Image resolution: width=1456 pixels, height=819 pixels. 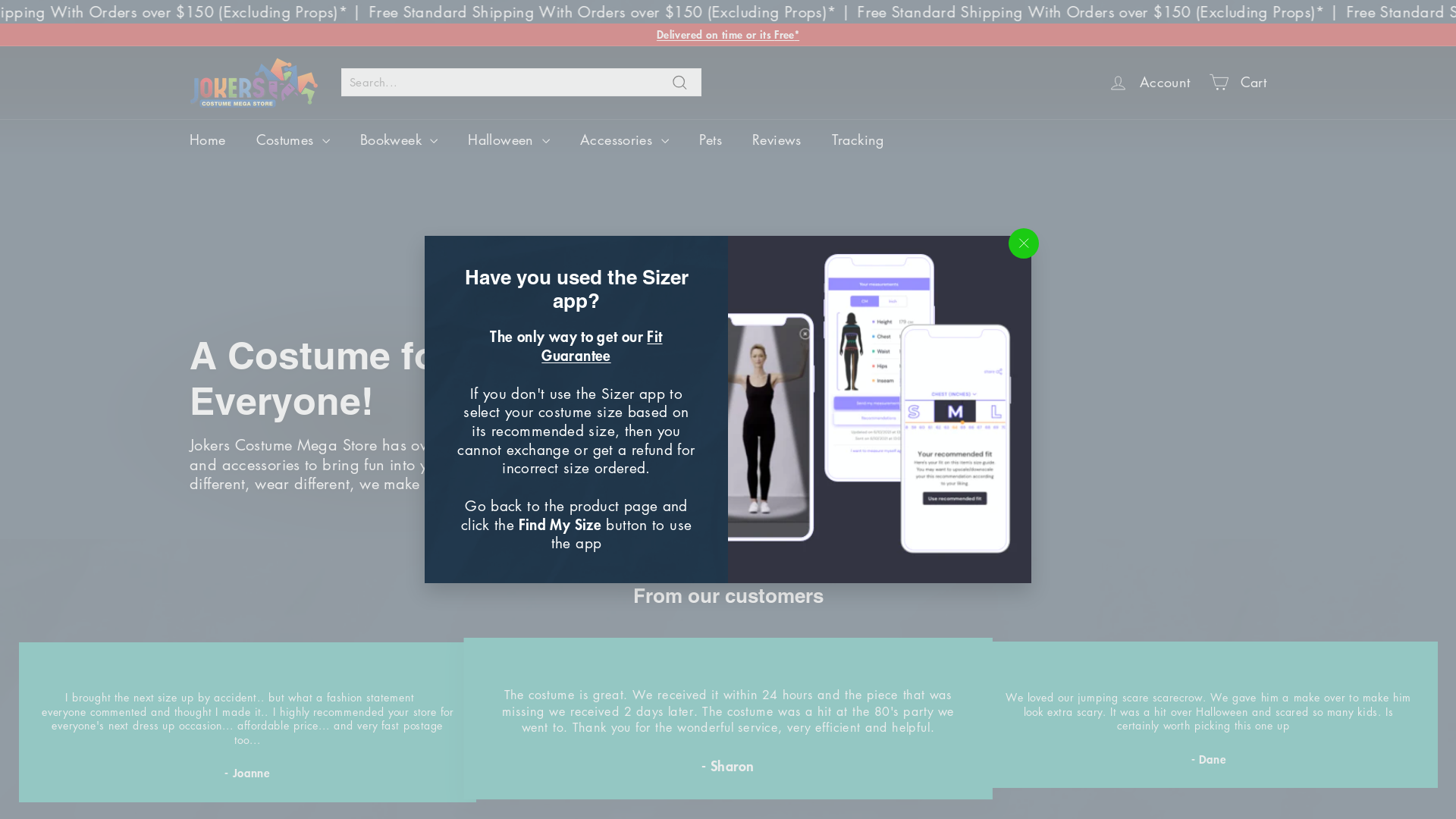 What do you see at coordinates (1023, 242) in the screenshot?
I see `'"Close (esc)"'` at bounding box center [1023, 242].